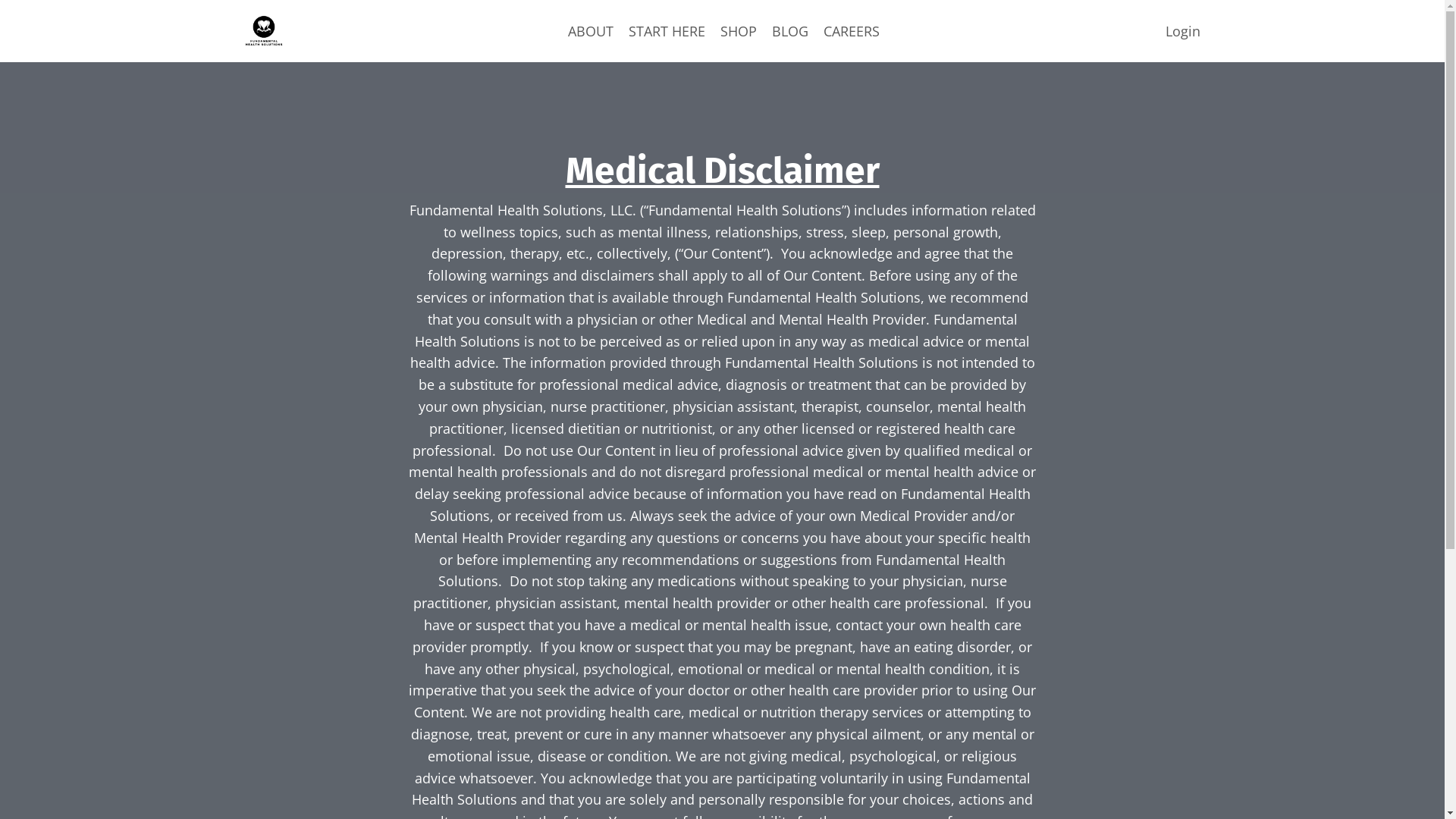 The height and width of the screenshot is (819, 1456). Describe the element at coordinates (822, 31) in the screenshot. I see `'CAREERS'` at that location.